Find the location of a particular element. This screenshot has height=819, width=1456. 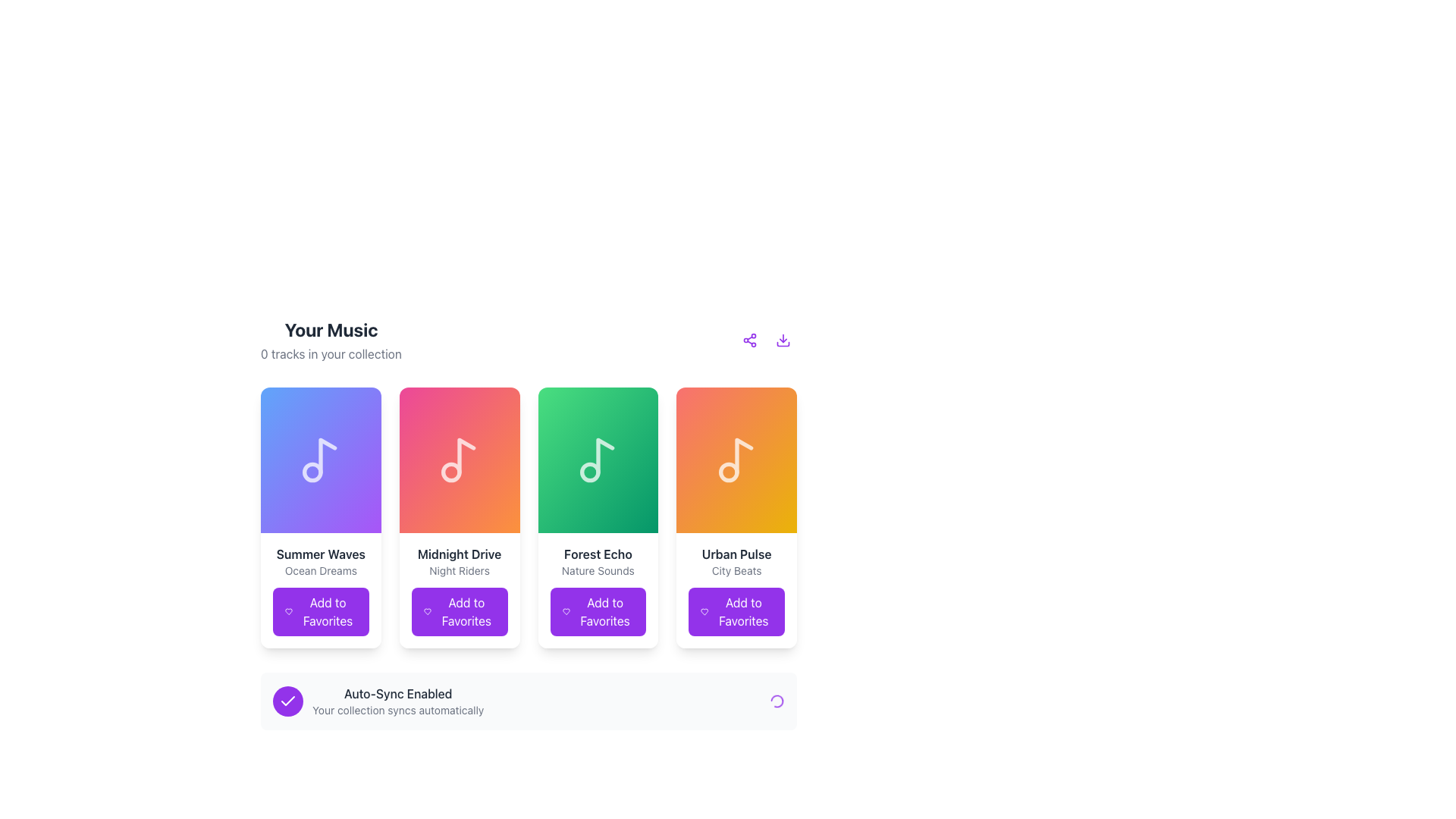

the music-related graphical icon located centrally within the green card labeled 'Forest Echo', which is the third card from the left in the row is located at coordinates (597, 459).